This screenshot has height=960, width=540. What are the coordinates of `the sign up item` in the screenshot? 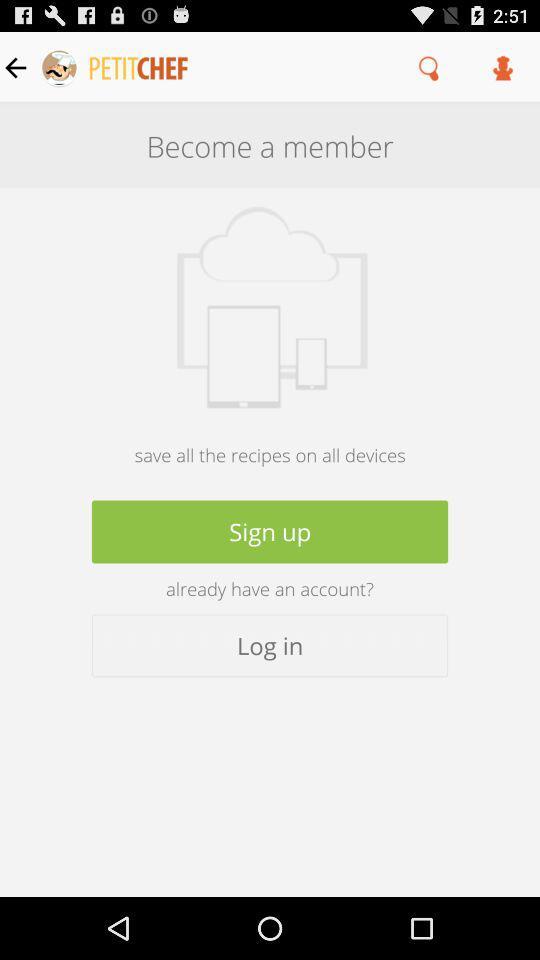 It's located at (270, 530).